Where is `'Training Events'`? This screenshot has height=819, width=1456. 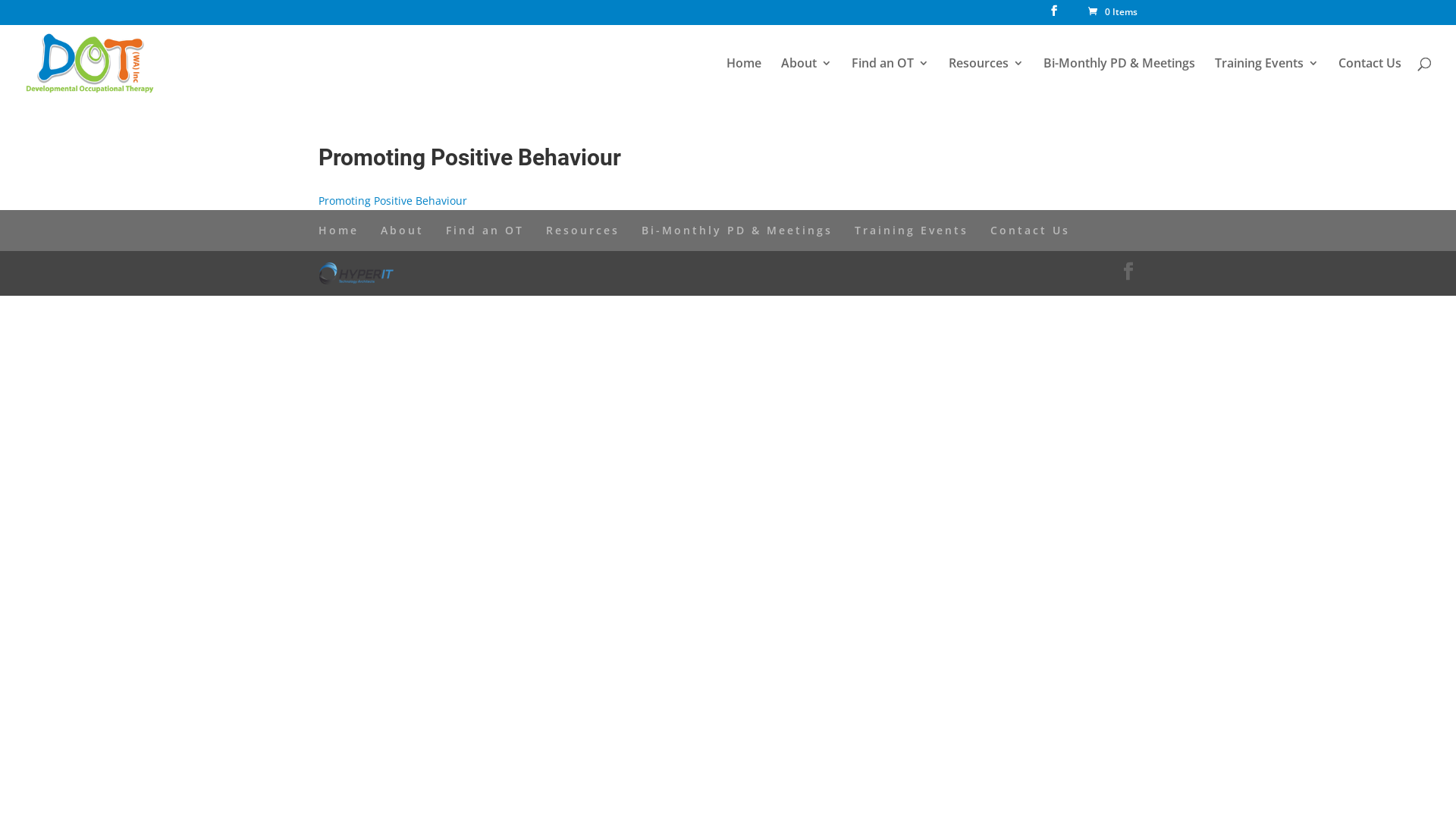
'Training Events' is located at coordinates (1266, 75).